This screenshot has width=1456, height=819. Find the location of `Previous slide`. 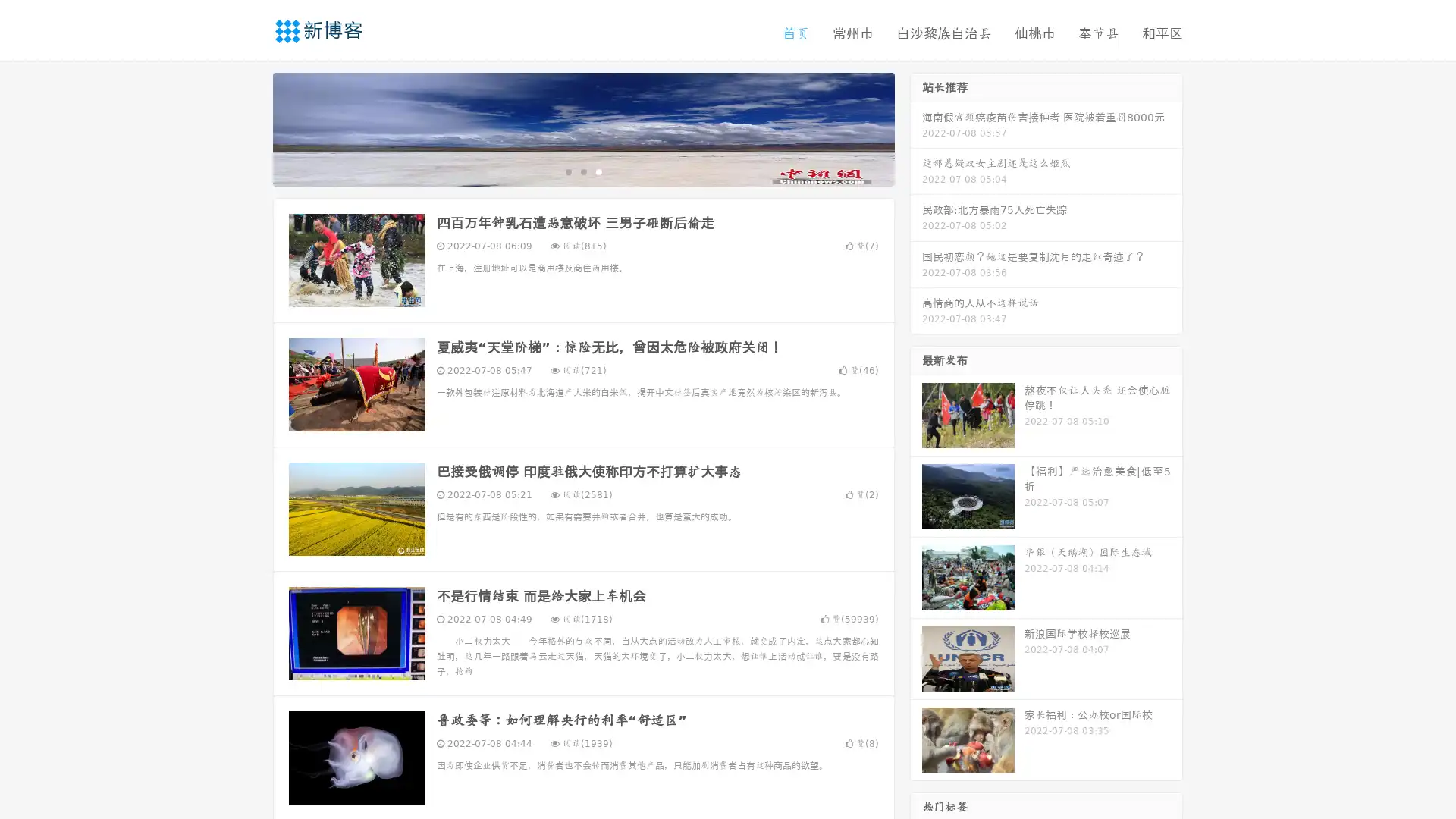

Previous slide is located at coordinates (250, 127).